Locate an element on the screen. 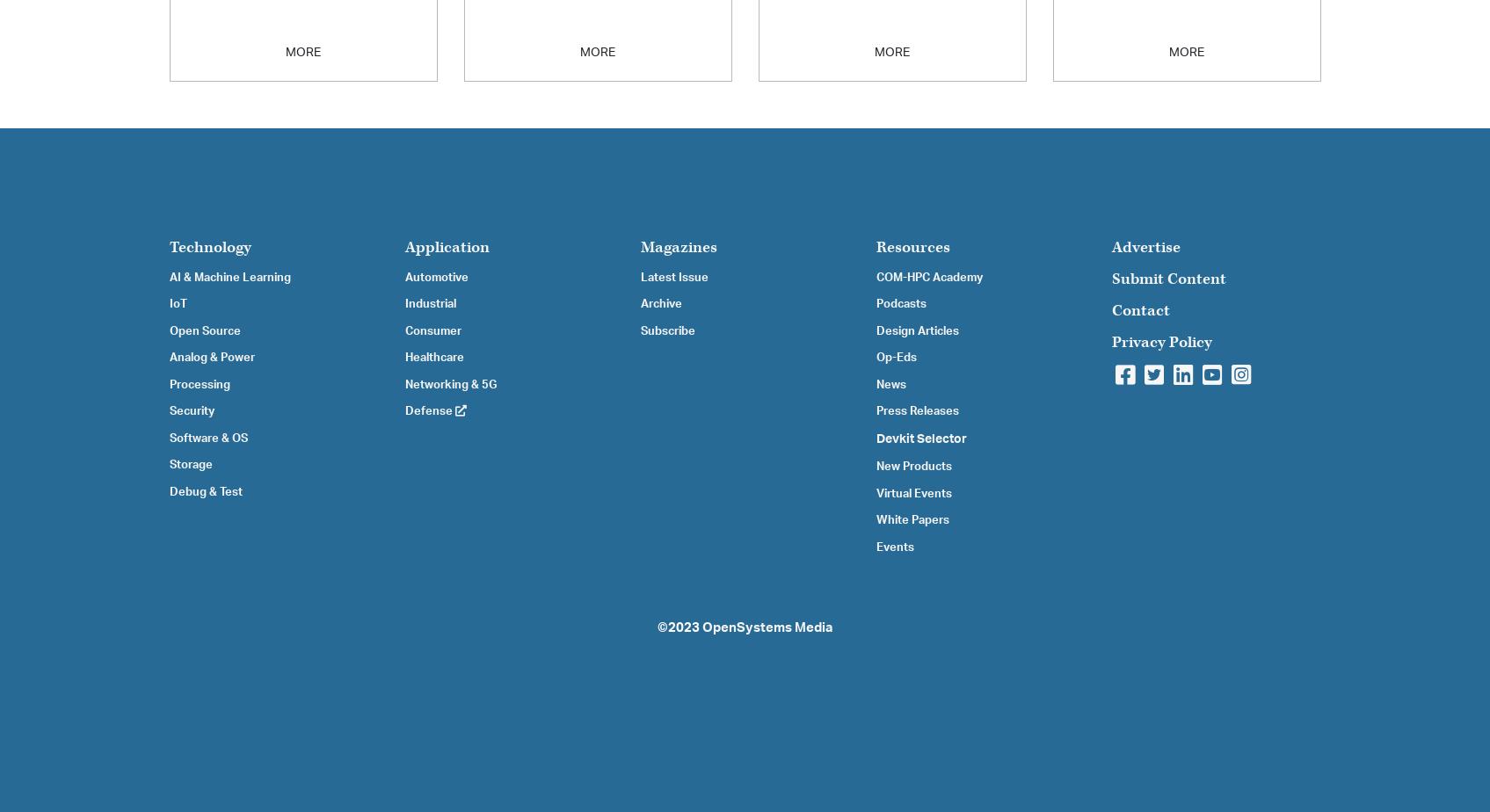  'Virtual Events' is located at coordinates (912, 492).